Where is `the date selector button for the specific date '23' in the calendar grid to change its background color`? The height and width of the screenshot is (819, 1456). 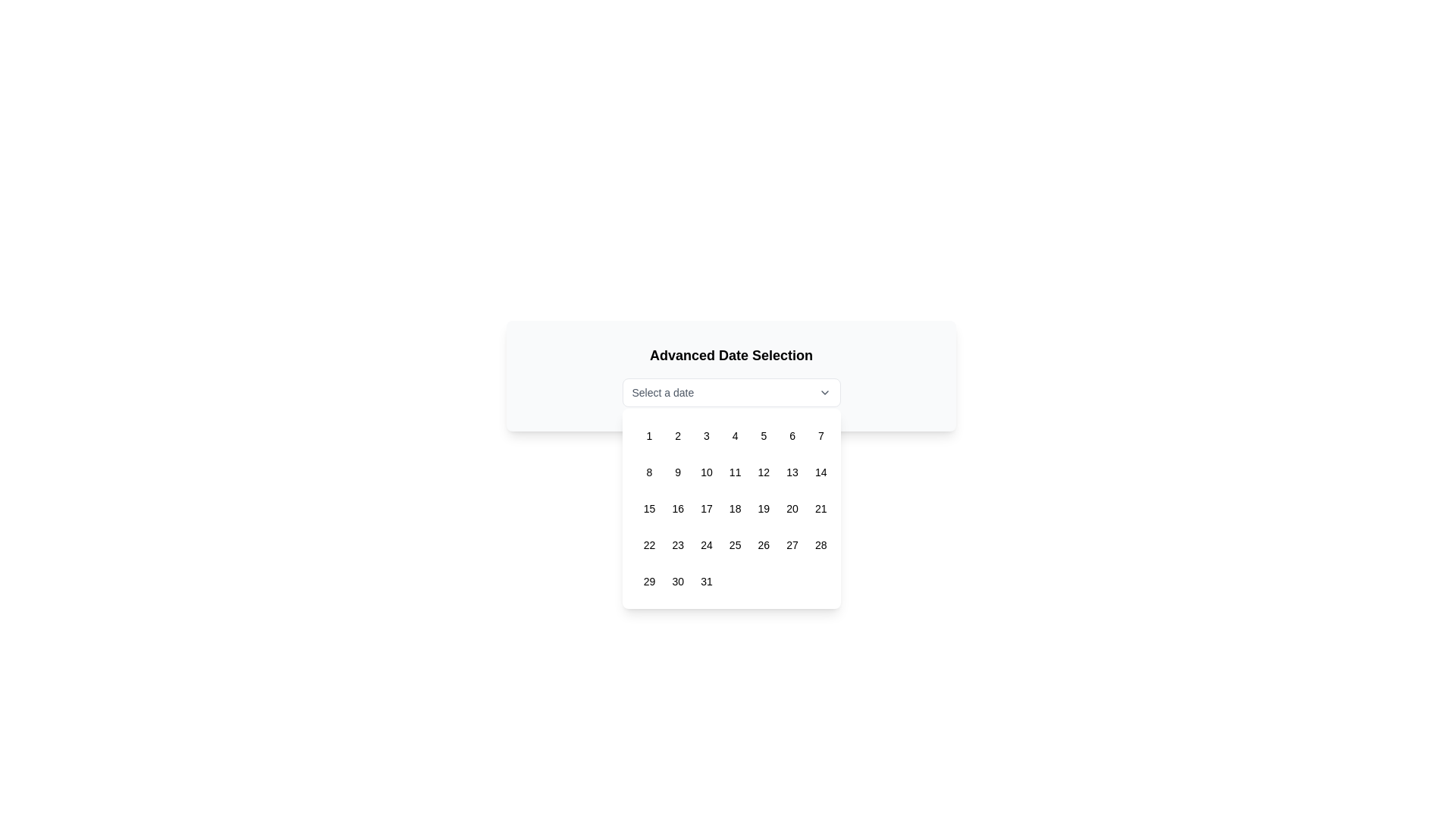
the date selector button for the specific date '23' in the calendar grid to change its background color is located at coordinates (677, 544).